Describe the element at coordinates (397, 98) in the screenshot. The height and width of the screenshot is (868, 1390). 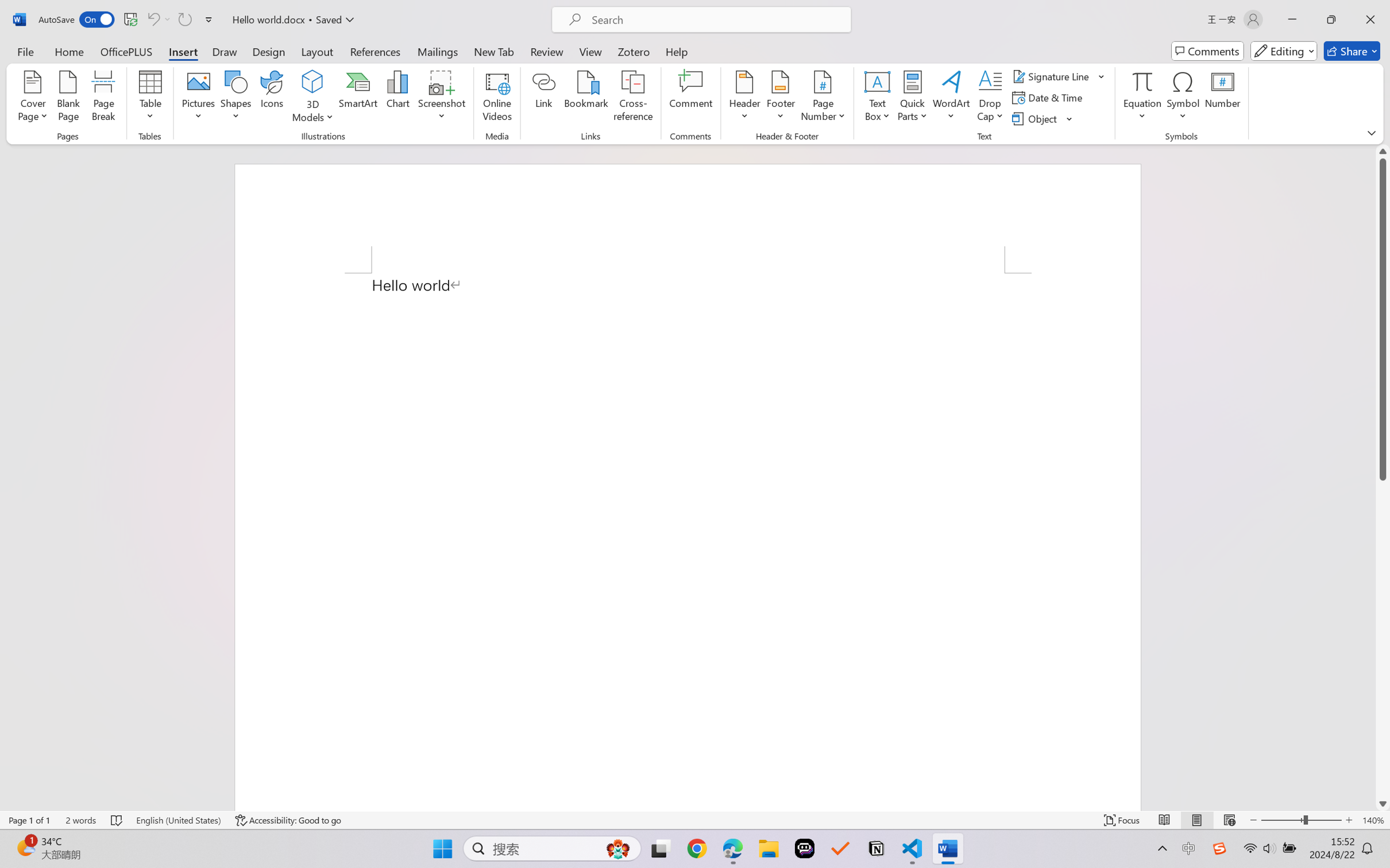
I see `'Chart...'` at that location.